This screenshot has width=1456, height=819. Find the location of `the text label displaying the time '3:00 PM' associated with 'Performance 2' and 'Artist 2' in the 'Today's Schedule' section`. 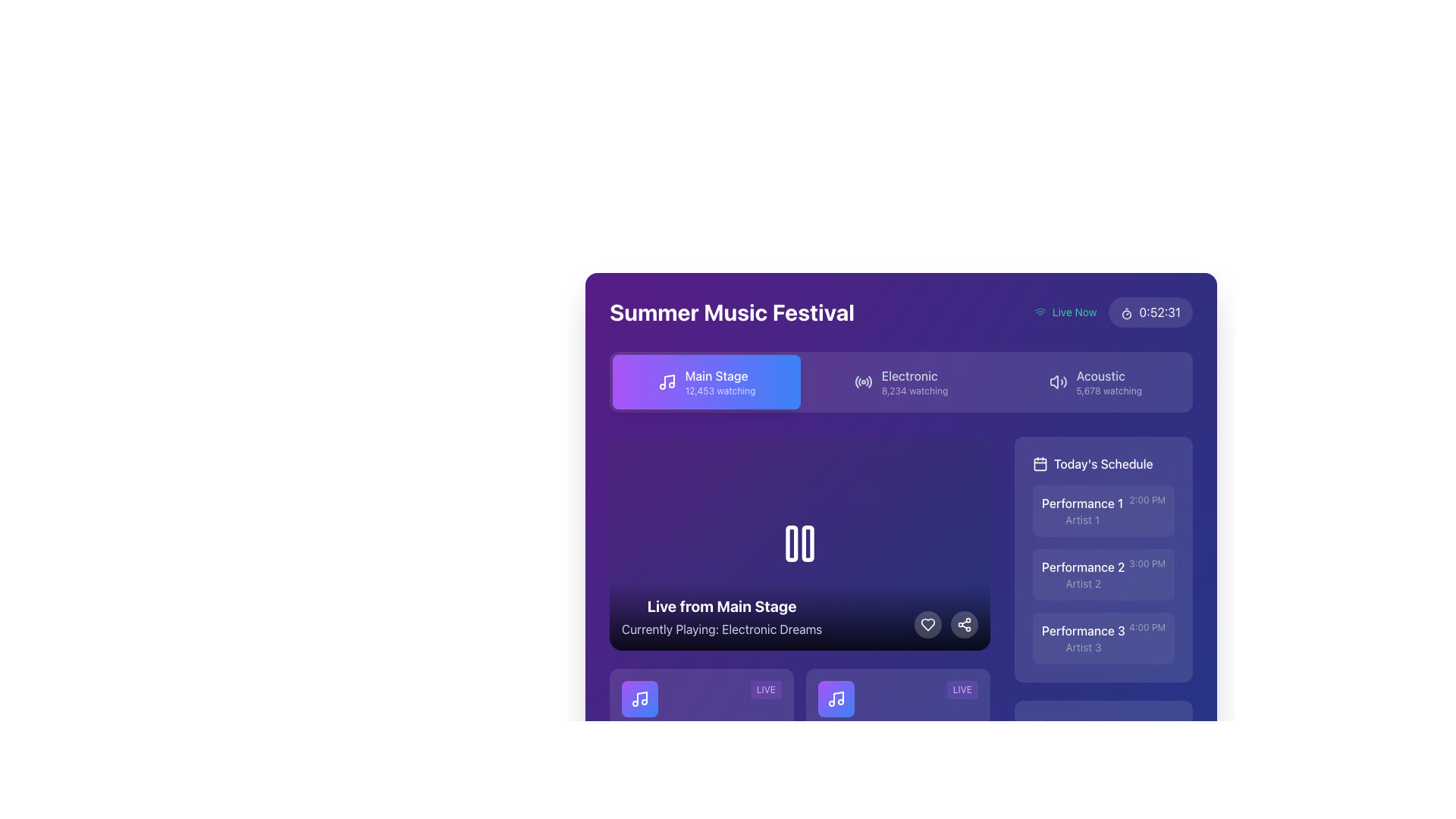

the text label displaying the time '3:00 PM' associated with 'Performance 2' and 'Artist 2' in the 'Today's Schedule' section is located at coordinates (1147, 564).